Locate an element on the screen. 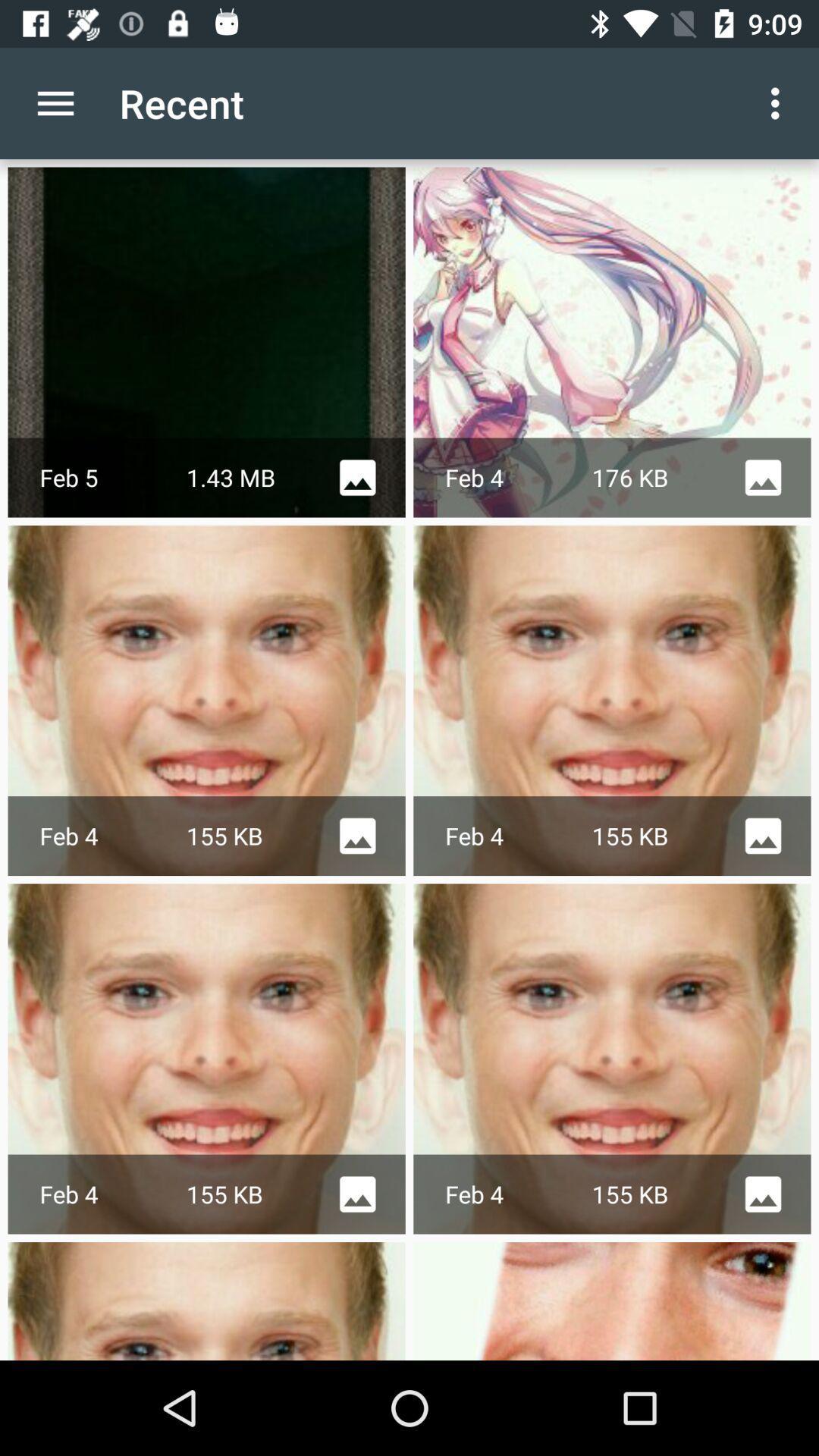 The height and width of the screenshot is (1456, 819). the item next to the recent icon is located at coordinates (779, 102).